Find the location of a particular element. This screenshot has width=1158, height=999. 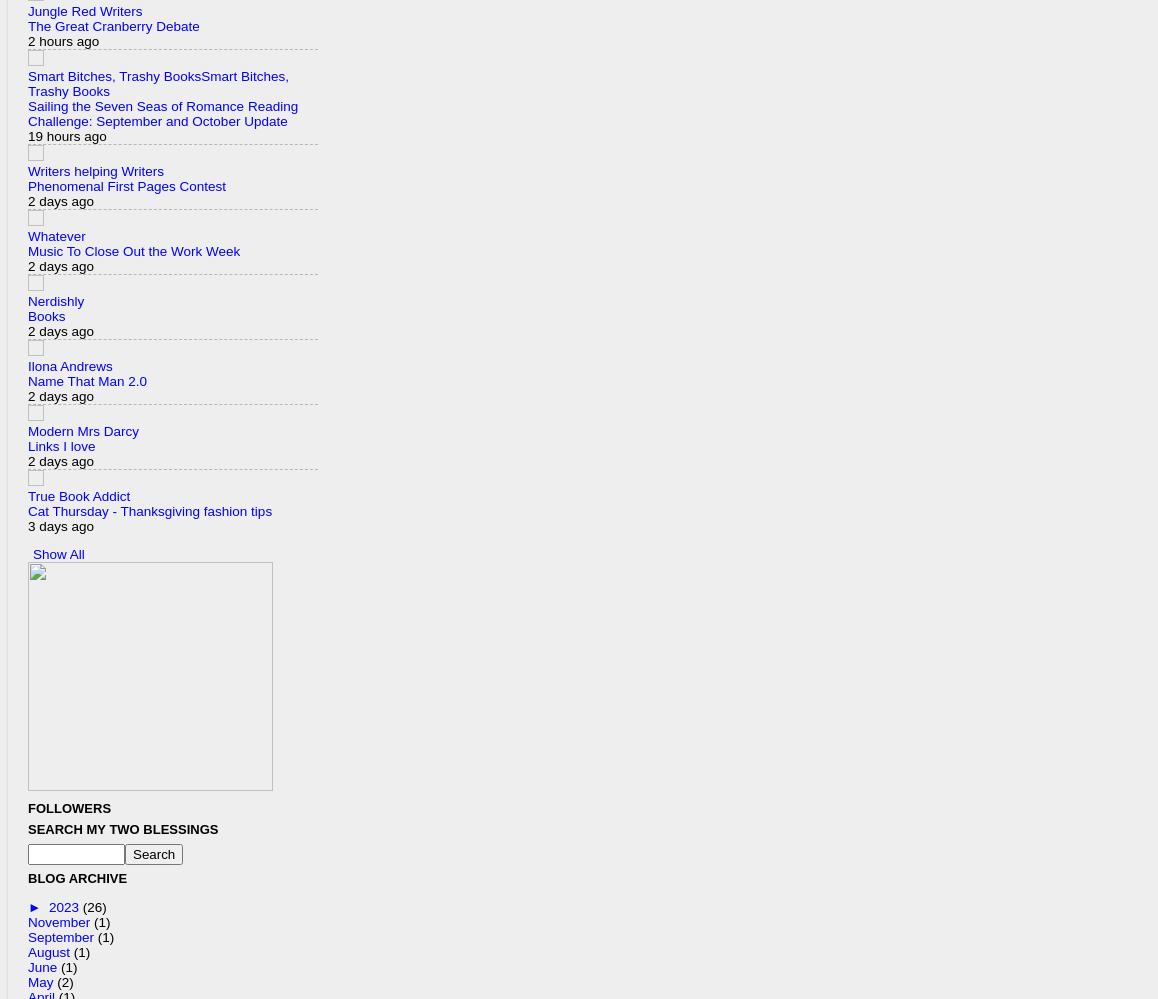

'Writers helping Writers' is located at coordinates (95, 169).